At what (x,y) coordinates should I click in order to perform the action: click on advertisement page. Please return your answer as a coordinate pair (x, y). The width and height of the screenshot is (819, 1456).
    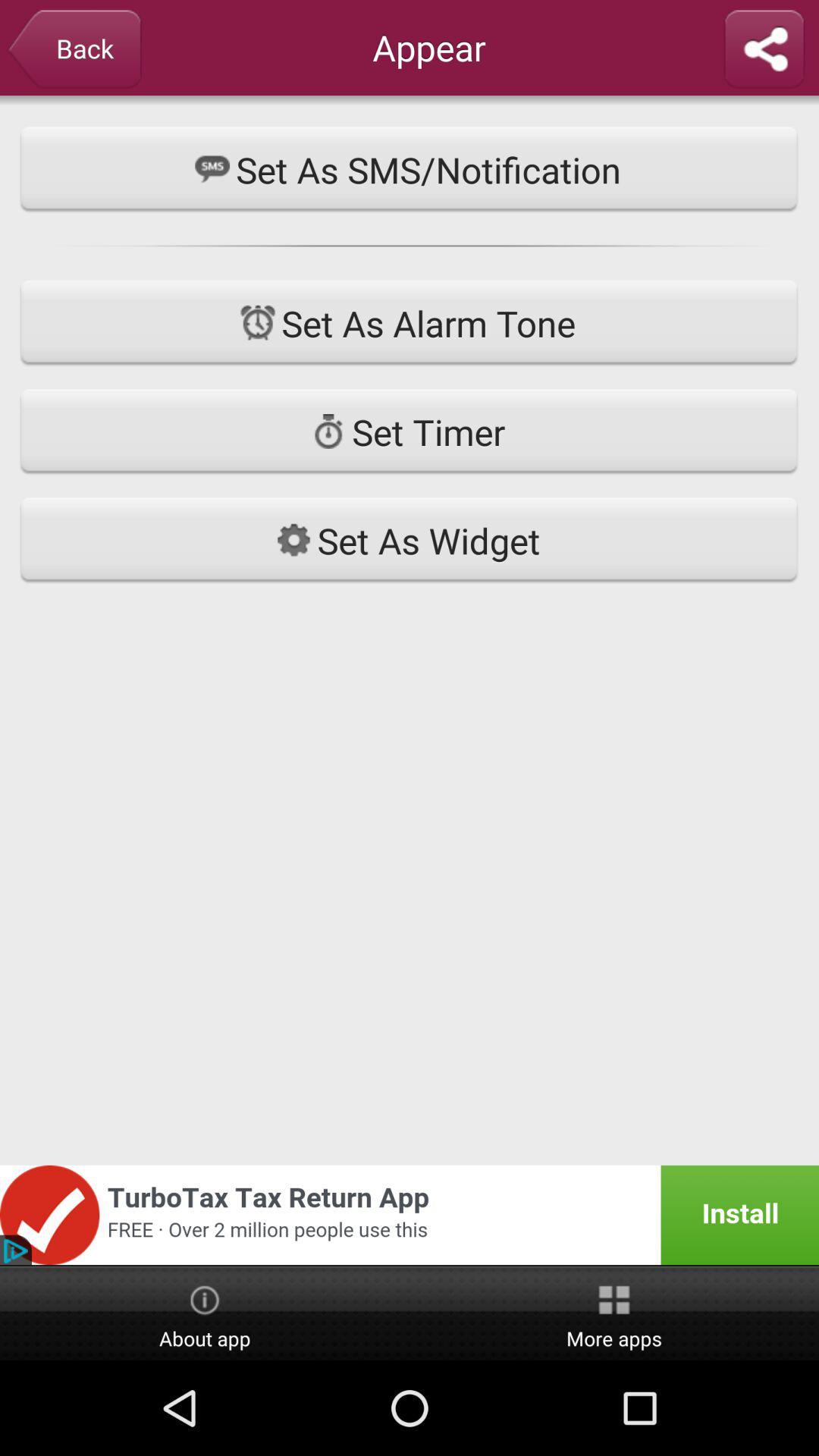
    Looking at the image, I should click on (409, 1215).